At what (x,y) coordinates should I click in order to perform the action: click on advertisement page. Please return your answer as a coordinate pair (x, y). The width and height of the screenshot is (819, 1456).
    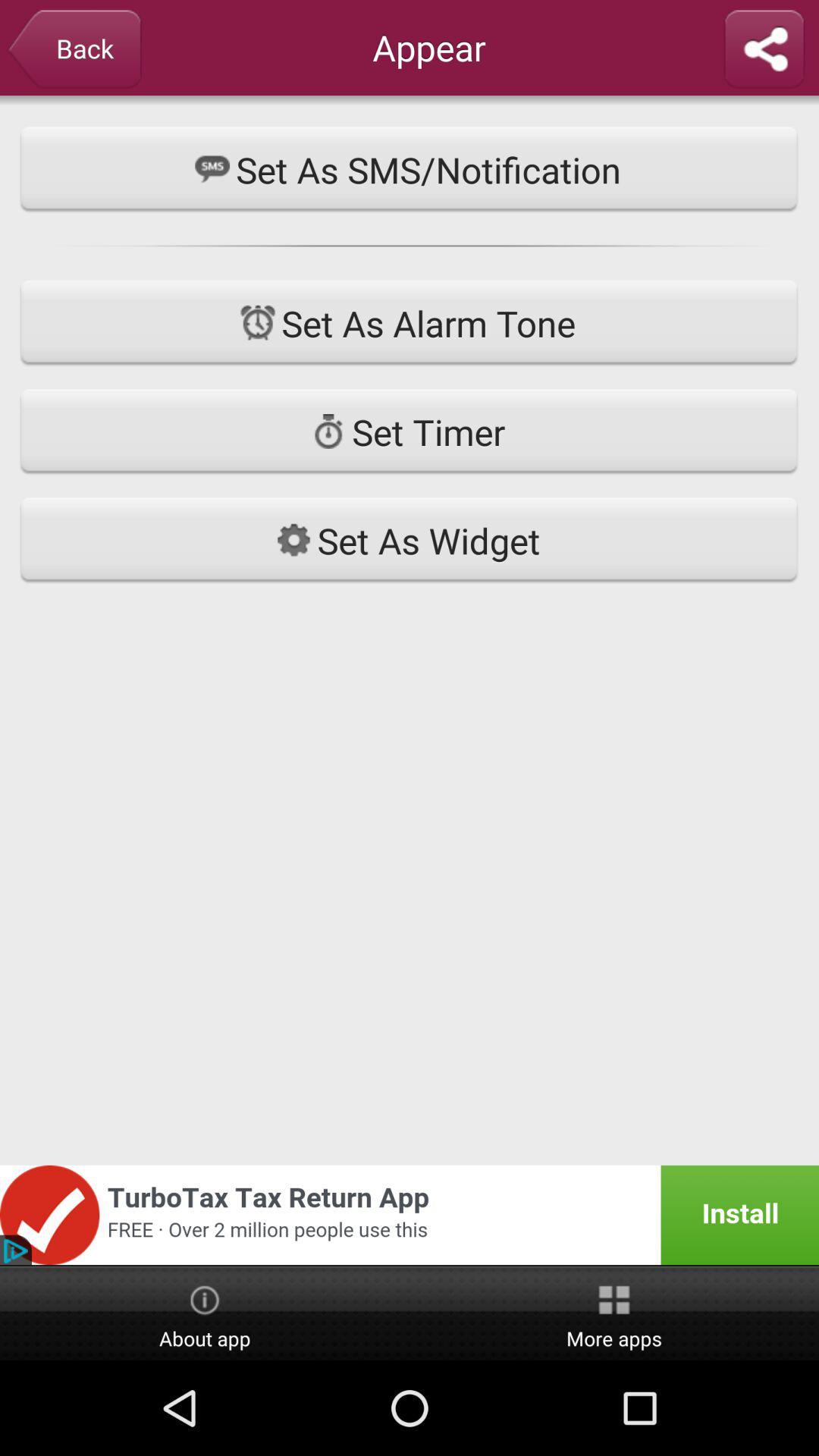
    Looking at the image, I should click on (409, 1215).